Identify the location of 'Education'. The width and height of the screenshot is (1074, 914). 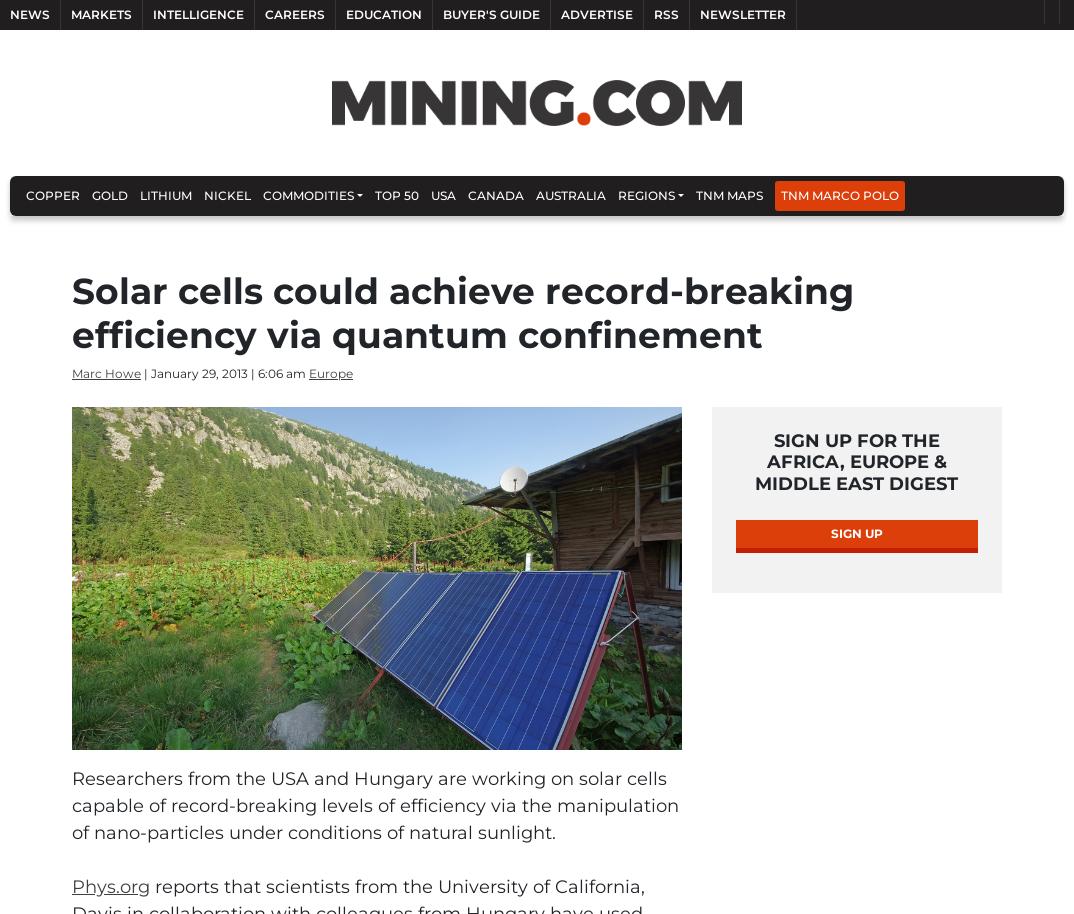
(383, 14).